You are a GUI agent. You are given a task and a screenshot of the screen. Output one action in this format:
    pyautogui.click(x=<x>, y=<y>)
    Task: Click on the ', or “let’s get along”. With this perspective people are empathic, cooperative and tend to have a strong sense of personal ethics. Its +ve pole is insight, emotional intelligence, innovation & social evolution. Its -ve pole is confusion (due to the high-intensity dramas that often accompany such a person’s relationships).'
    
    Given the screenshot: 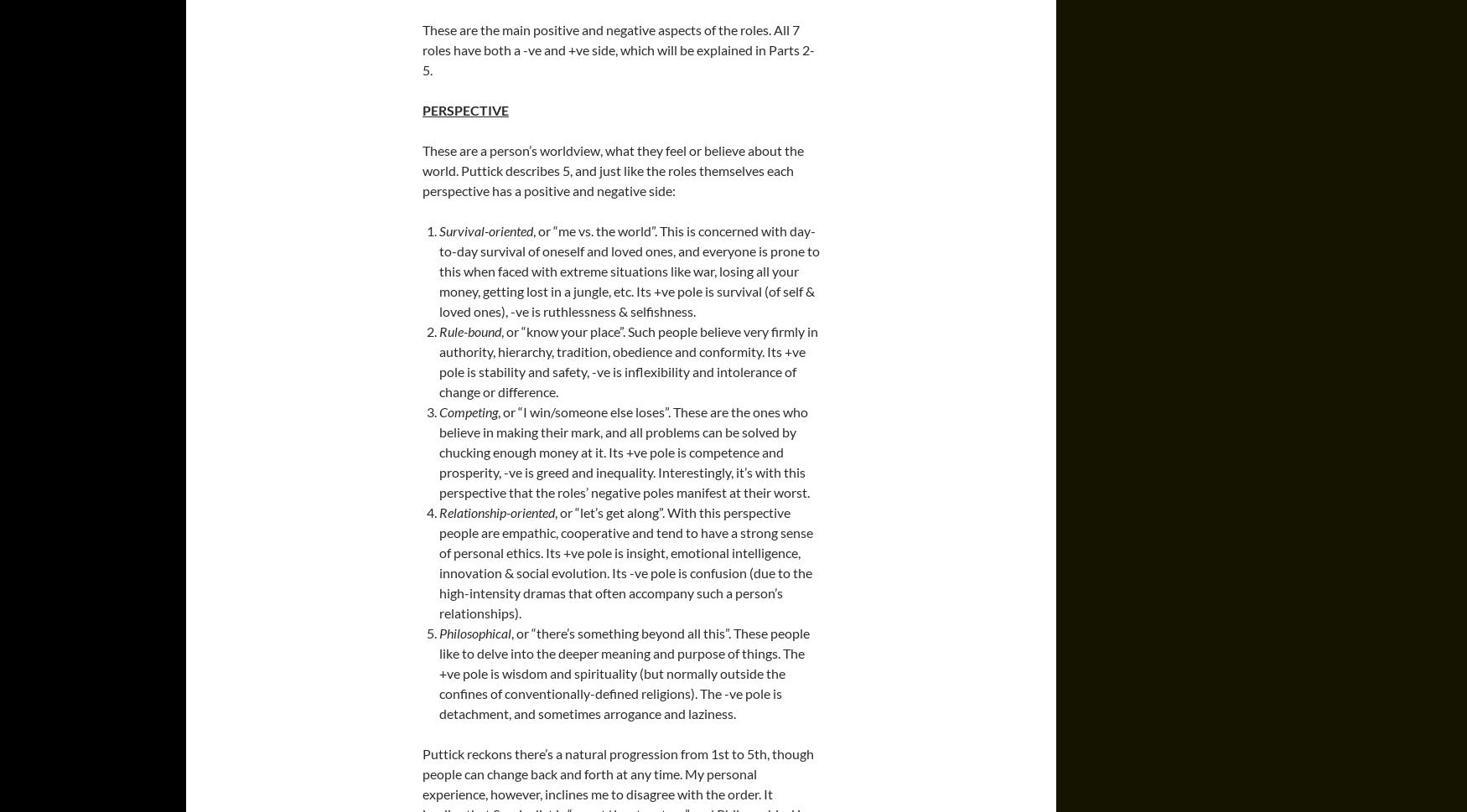 What is the action you would take?
    pyautogui.click(x=438, y=561)
    